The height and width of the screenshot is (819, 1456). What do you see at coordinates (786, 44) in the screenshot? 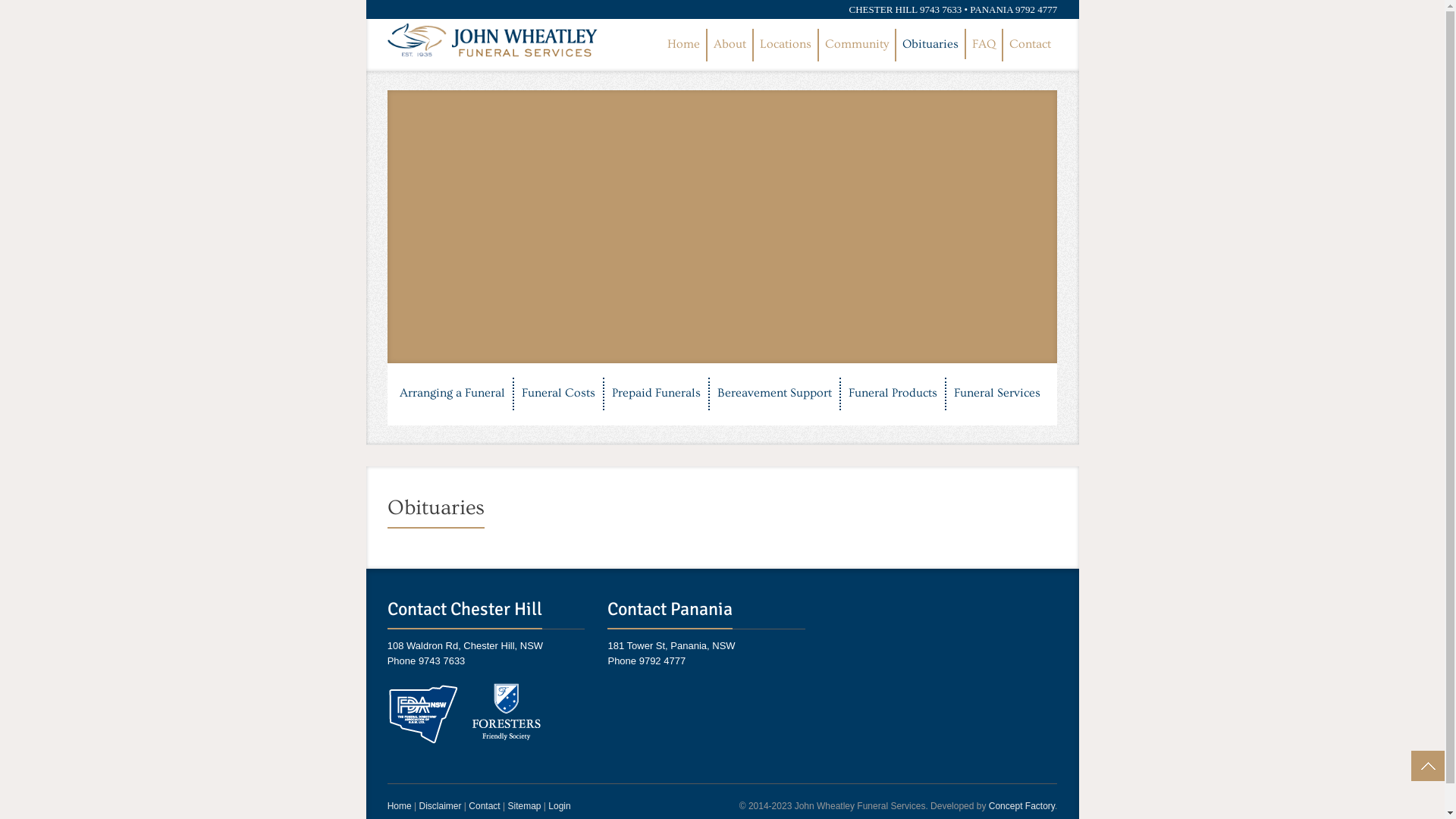
I see `'Locations'` at bounding box center [786, 44].